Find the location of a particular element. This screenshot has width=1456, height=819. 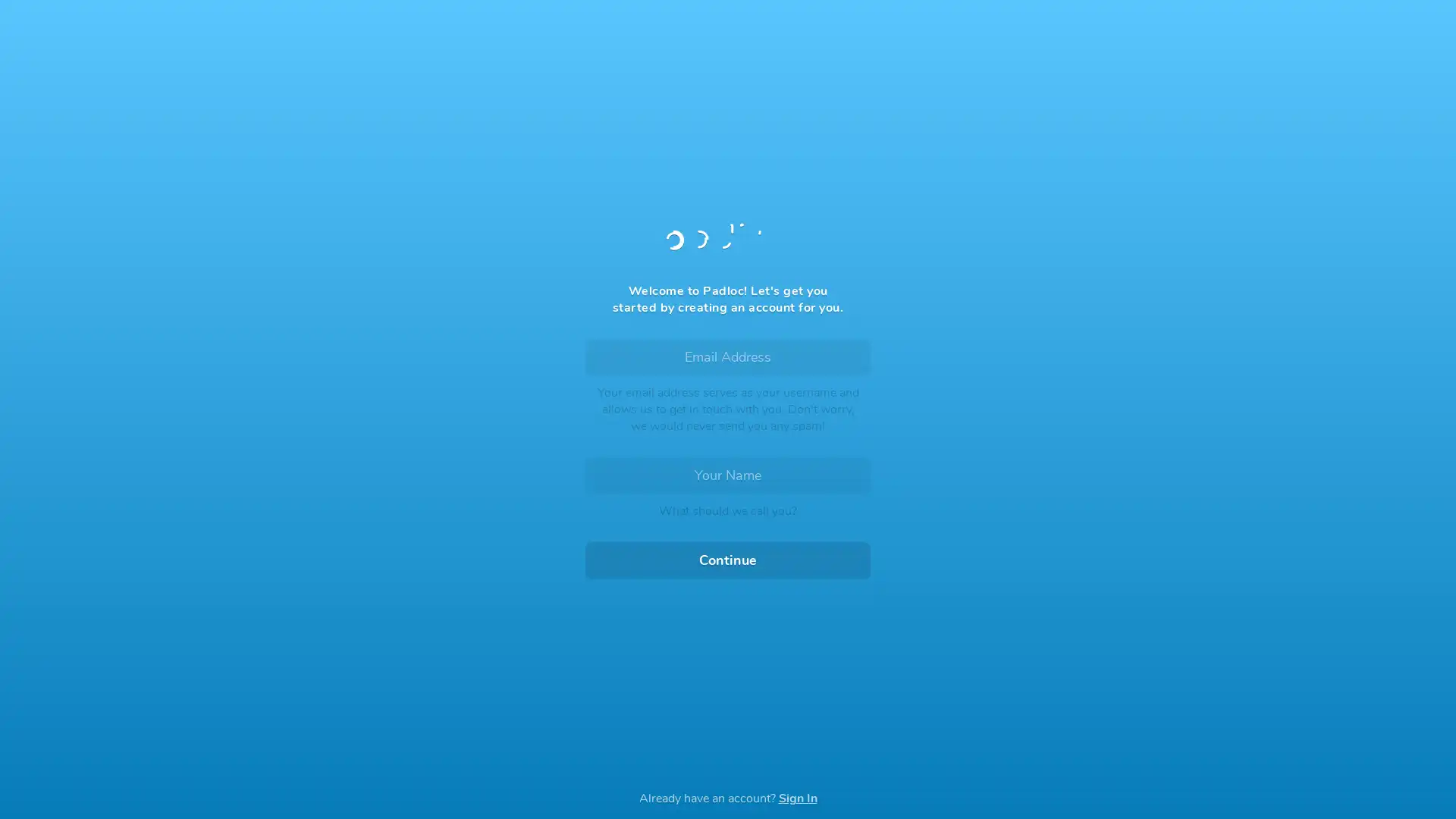

Login is located at coordinates (728, 458).